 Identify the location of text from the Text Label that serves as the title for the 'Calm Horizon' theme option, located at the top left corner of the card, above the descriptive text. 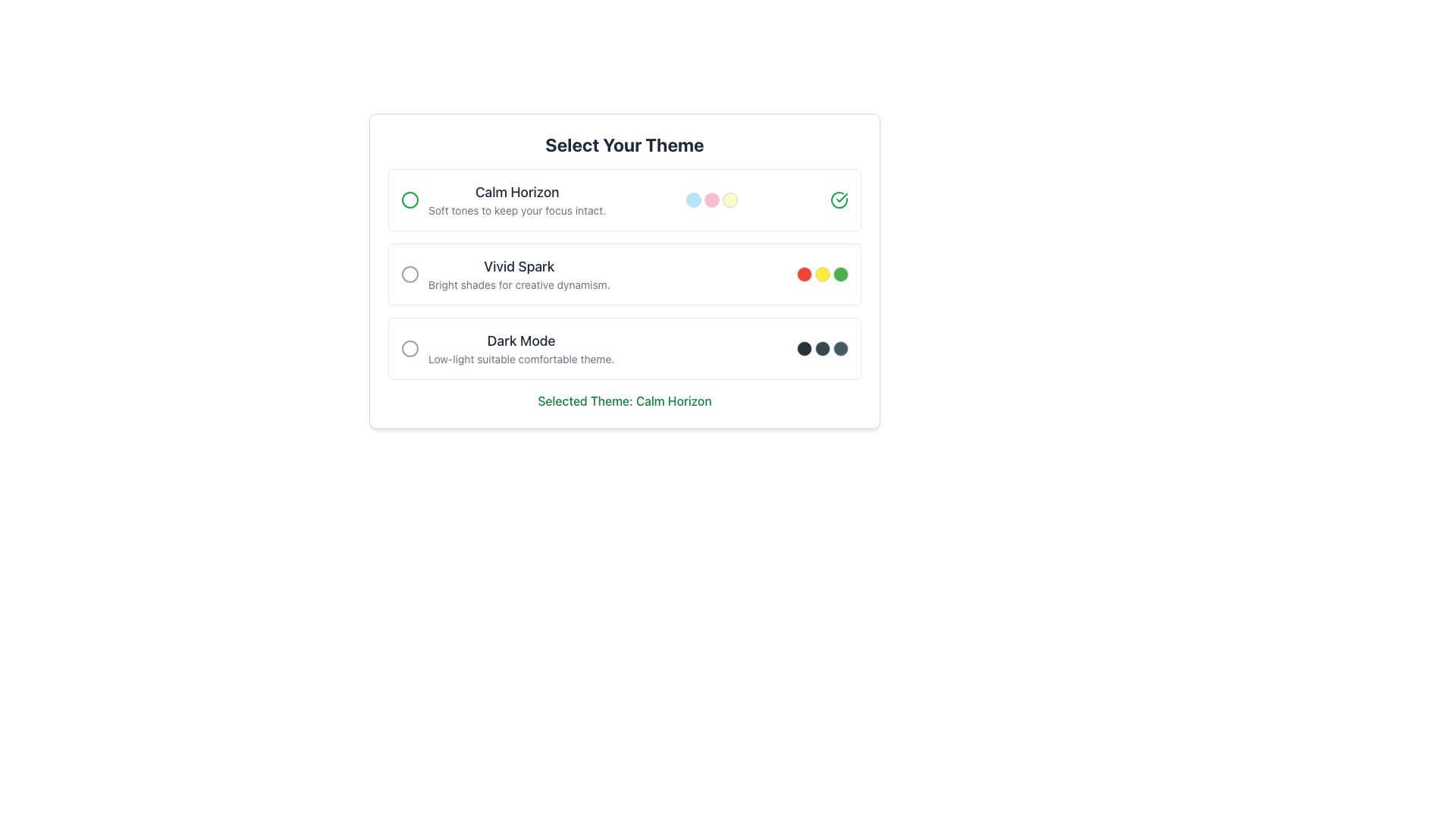
(517, 192).